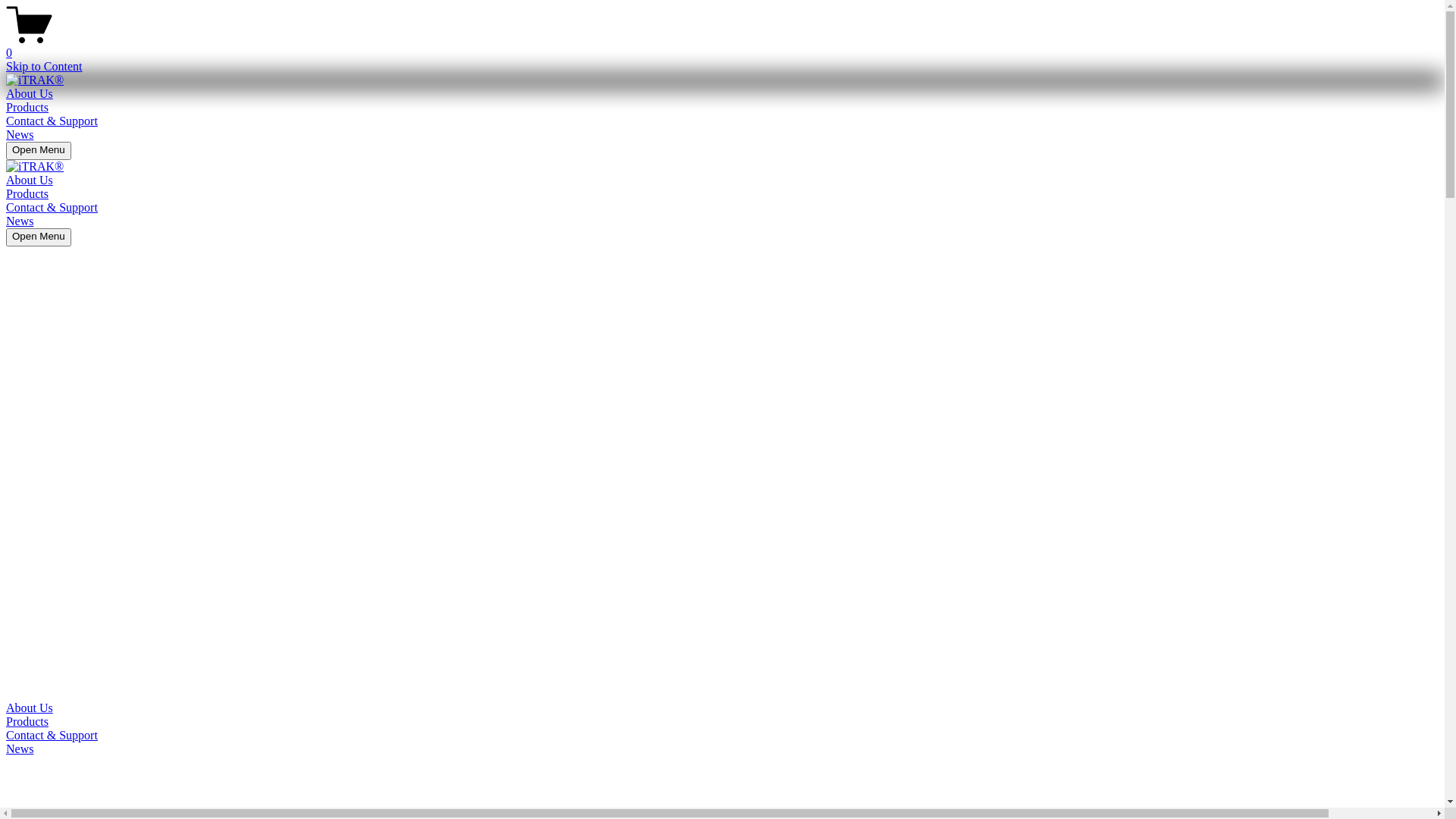  Describe the element at coordinates (6, 734) in the screenshot. I see `'Contact & Support'` at that location.